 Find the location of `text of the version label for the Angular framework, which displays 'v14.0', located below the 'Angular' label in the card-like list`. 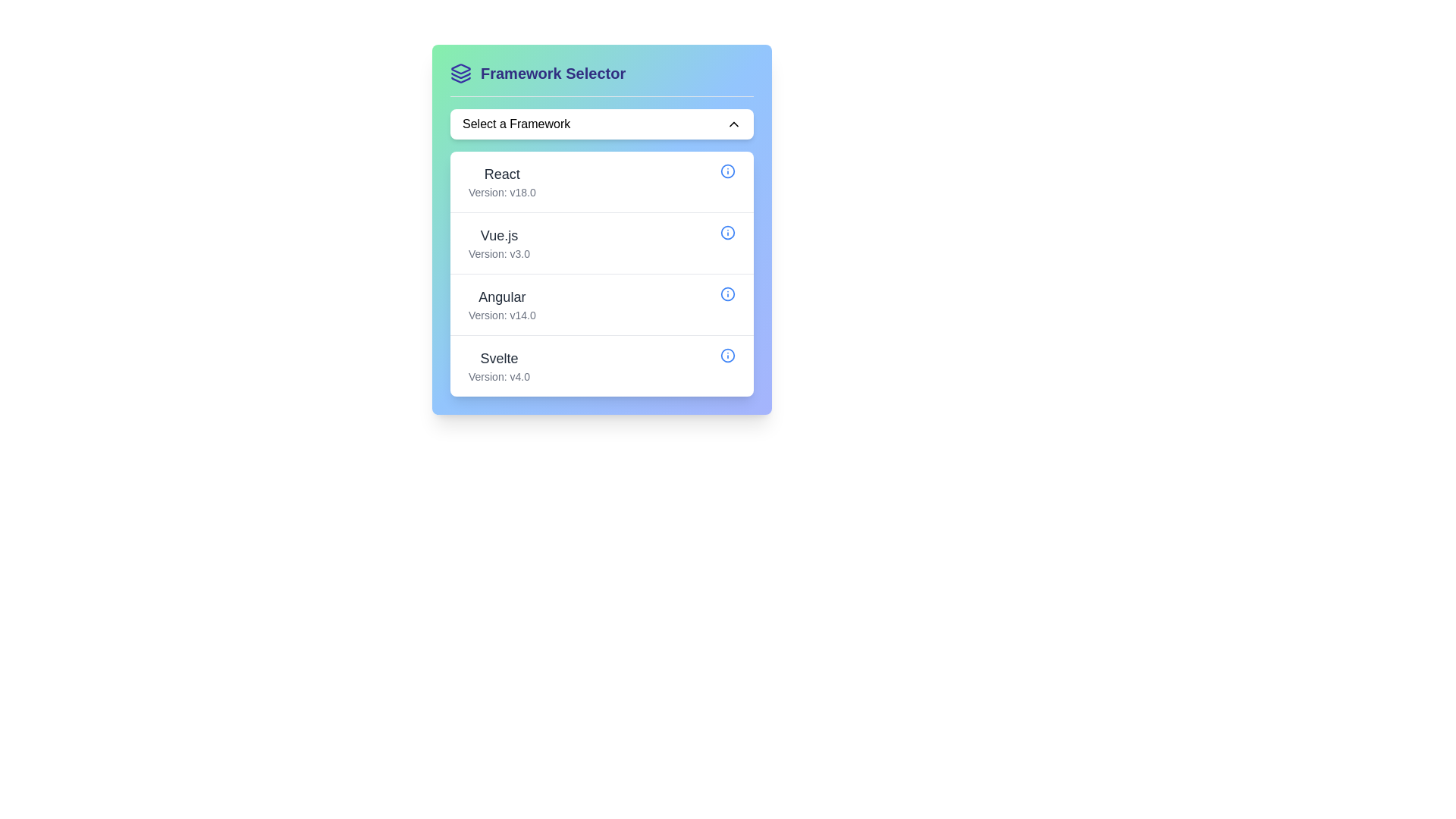

text of the version label for the Angular framework, which displays 'v14.0', located below the 'Angular' label in the card-like list is located at coordinates (502, 315).